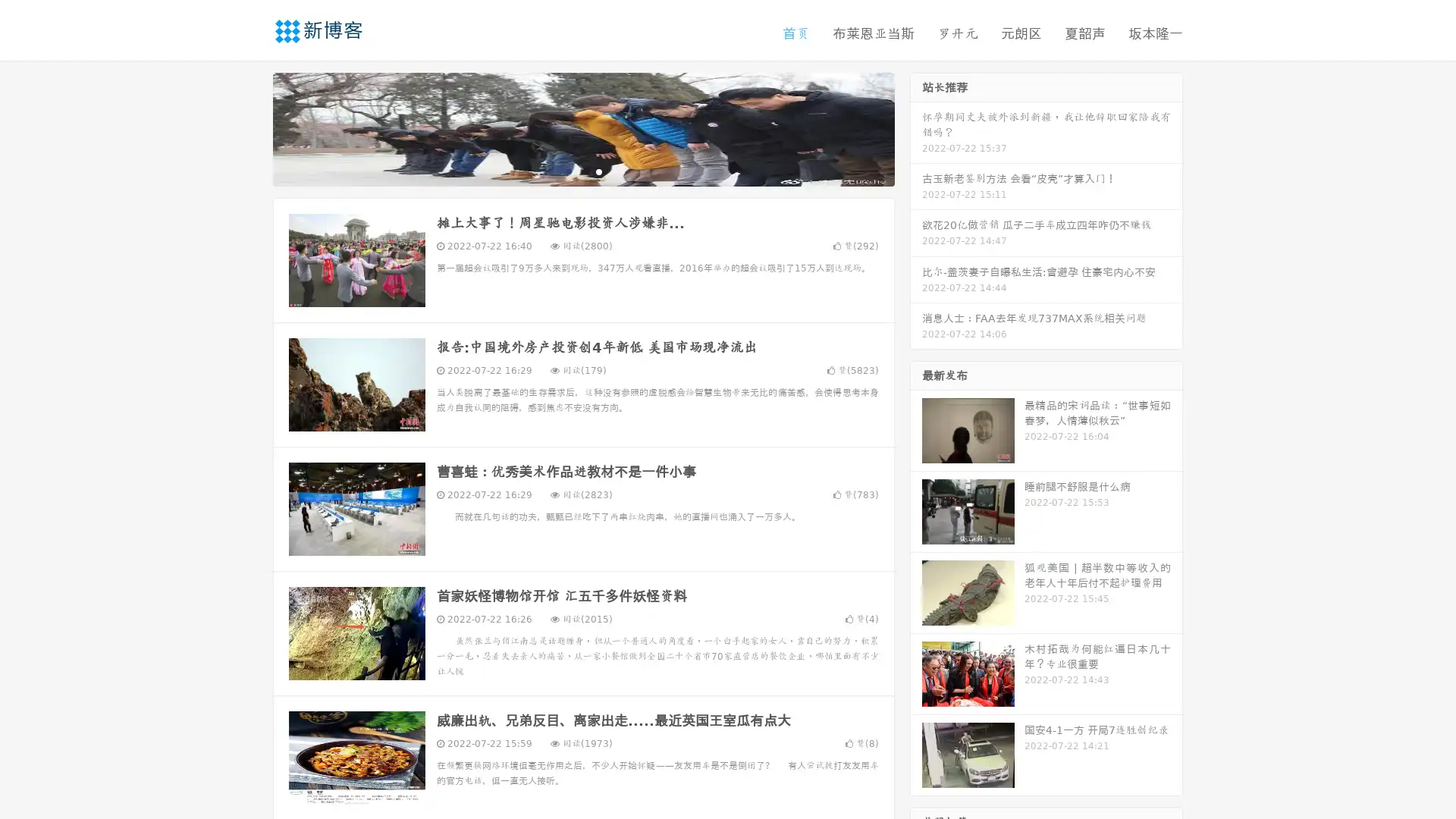 This screenshot has width=1456, height=819. Describe the element at coordinates (916, 127) in the screenshot. I see `Next slide` at that location.